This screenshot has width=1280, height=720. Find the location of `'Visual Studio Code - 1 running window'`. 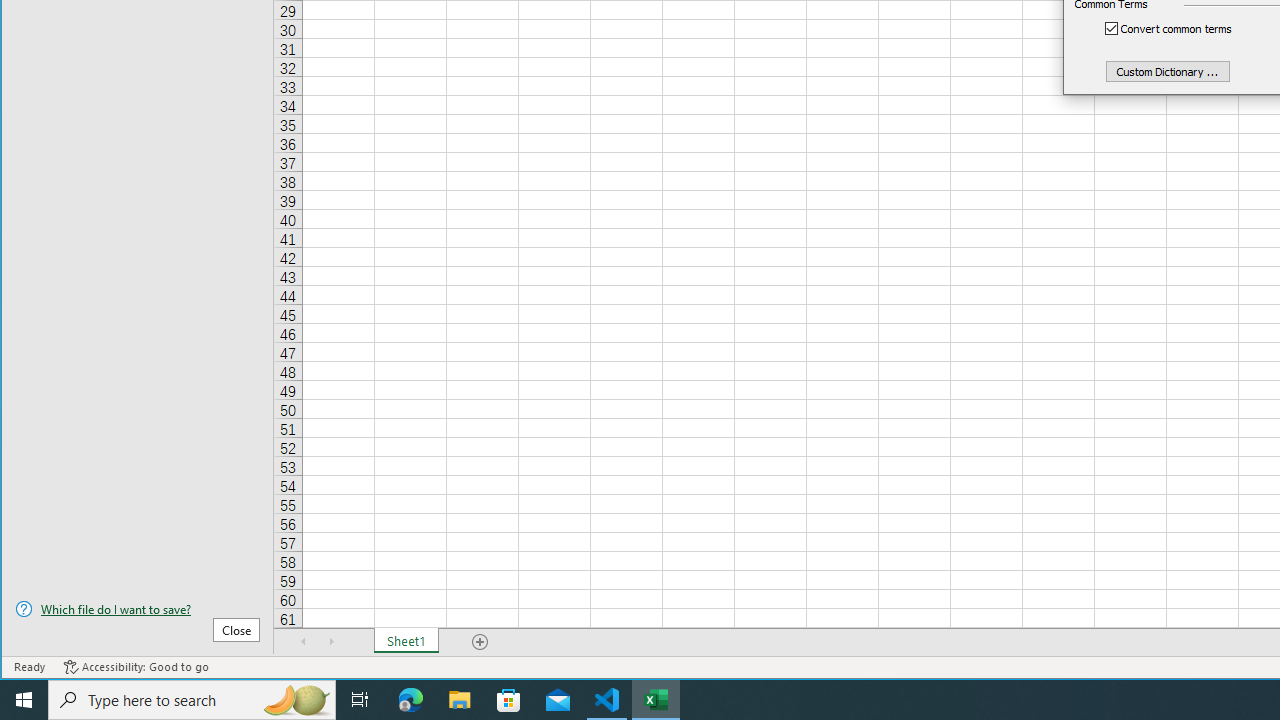

'Visual Studio Code - 1 running window' is located at coordinates (606, 698).